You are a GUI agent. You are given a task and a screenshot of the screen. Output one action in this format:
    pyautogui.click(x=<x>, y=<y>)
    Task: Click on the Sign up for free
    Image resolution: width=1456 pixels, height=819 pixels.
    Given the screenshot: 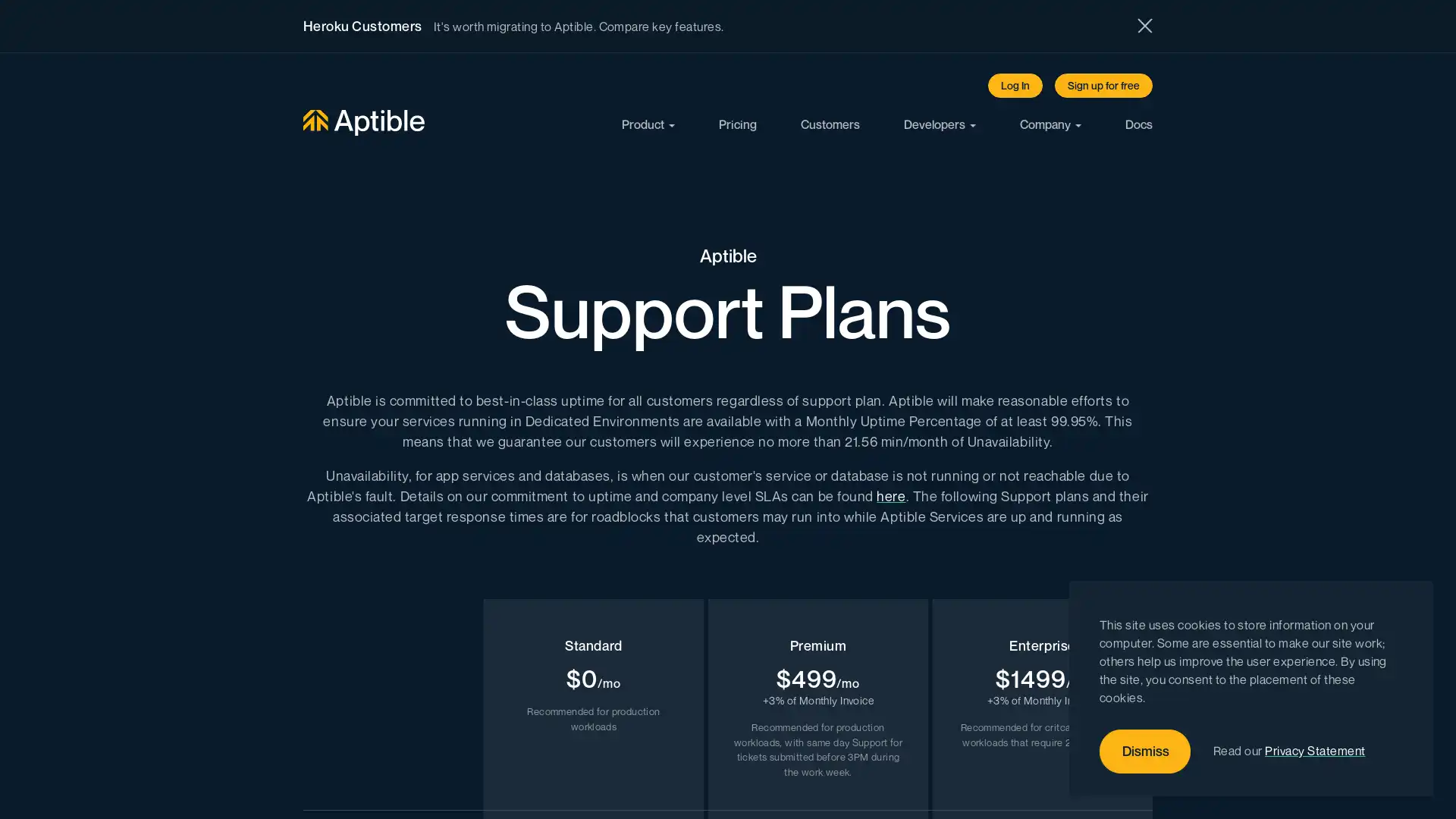 What is the action you would take?
    pyautogui.click(x=1103, y=85)
    